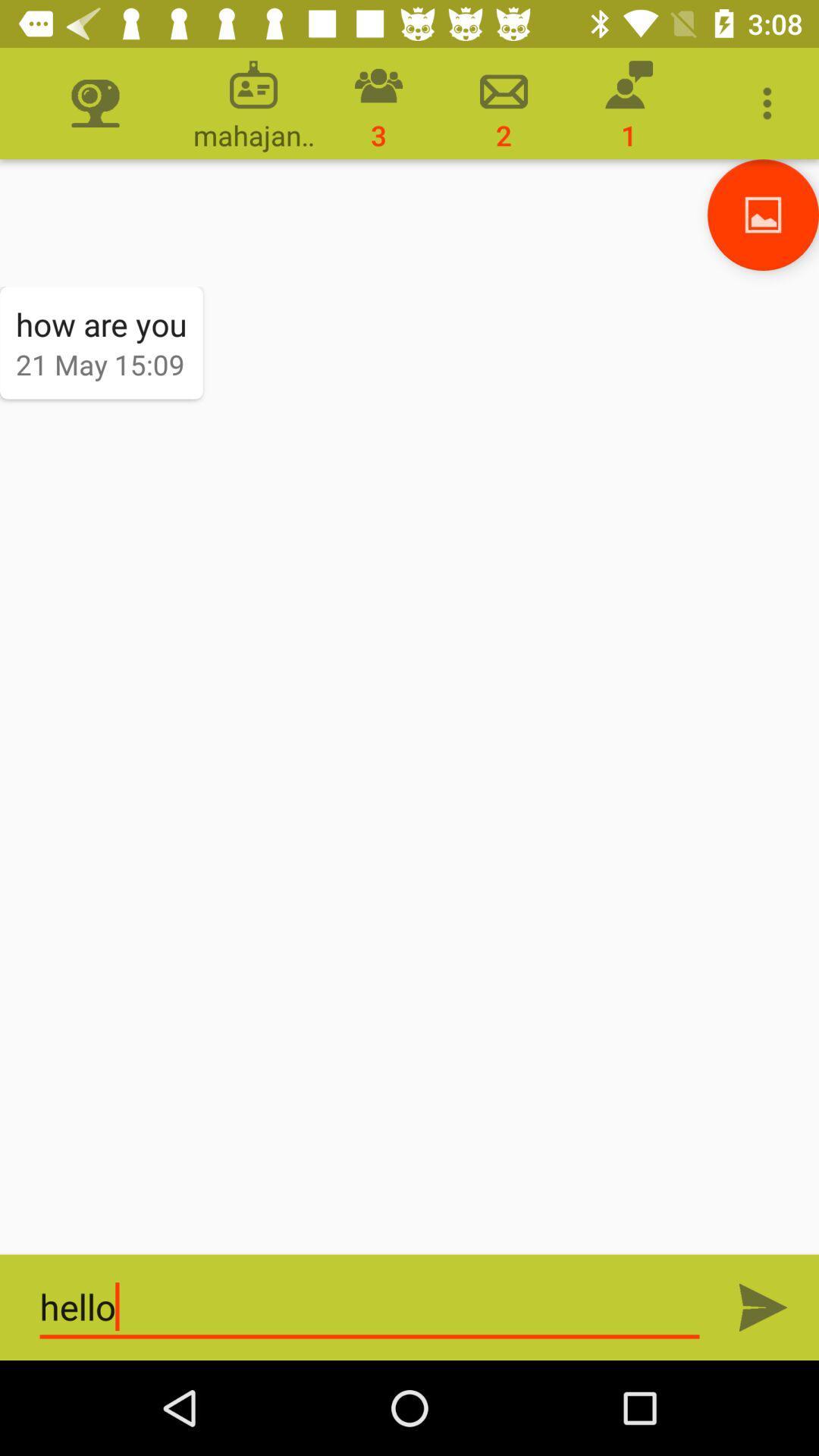  I want to click on send icon, so click(763, 1306).